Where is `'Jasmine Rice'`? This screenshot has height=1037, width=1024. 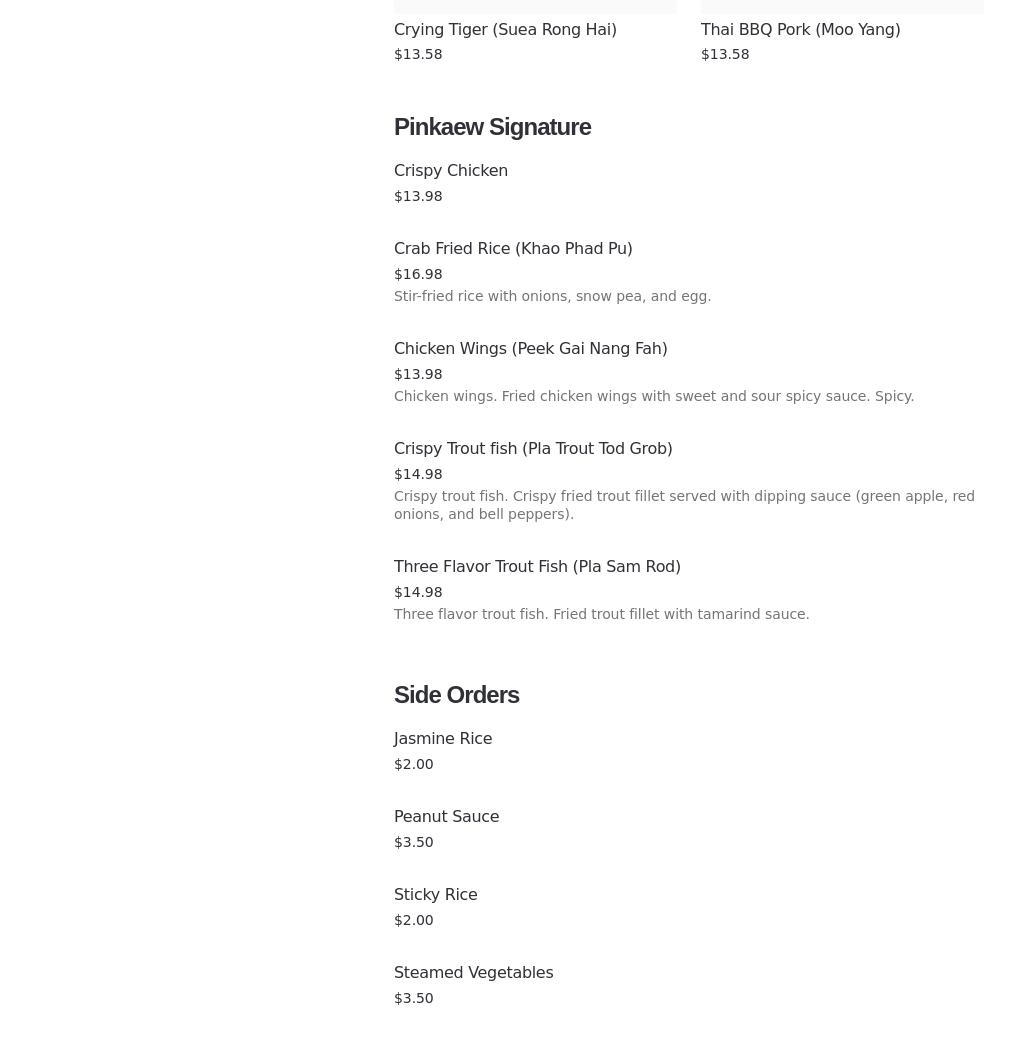 'Jasmine Rice' is located at coordinates (442, 738).